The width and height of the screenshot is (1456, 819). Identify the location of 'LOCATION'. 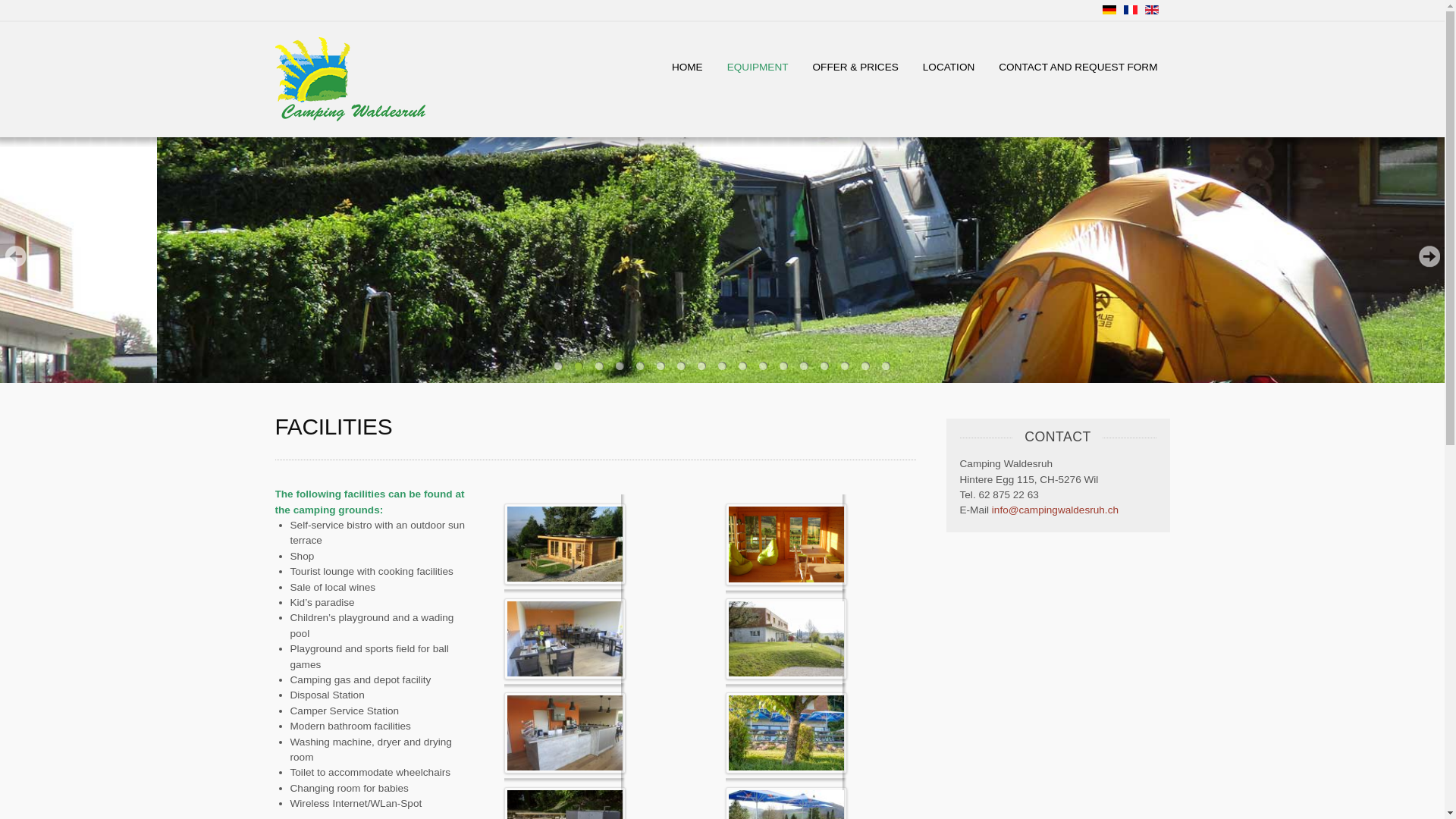
(948, 66).